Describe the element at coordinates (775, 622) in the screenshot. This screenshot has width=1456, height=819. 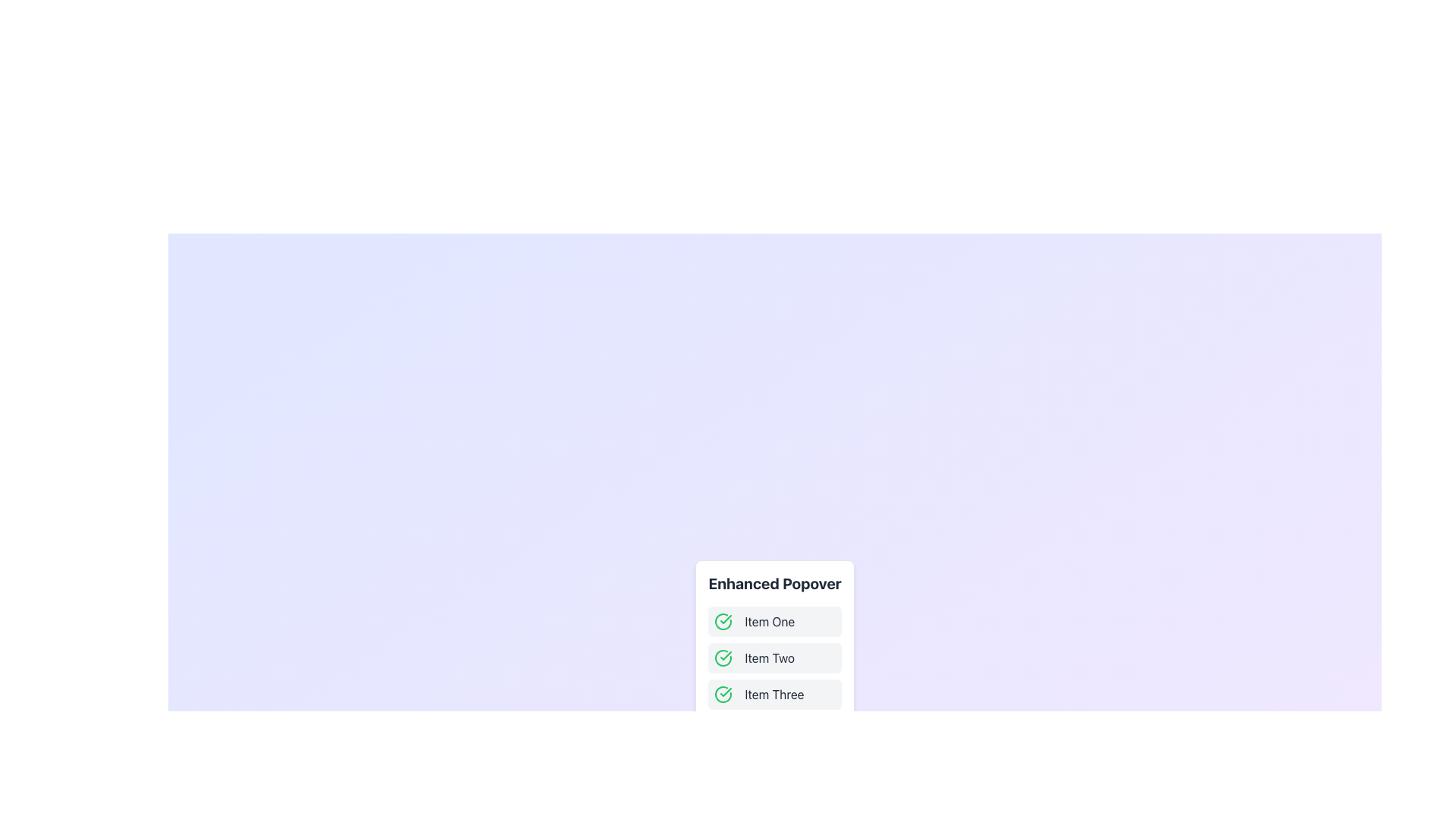
I see `text of the first item in the vertical list titled 'Item One' in the Enhanced Popover, which features a green checkmark icon and a light gray background` at that location.